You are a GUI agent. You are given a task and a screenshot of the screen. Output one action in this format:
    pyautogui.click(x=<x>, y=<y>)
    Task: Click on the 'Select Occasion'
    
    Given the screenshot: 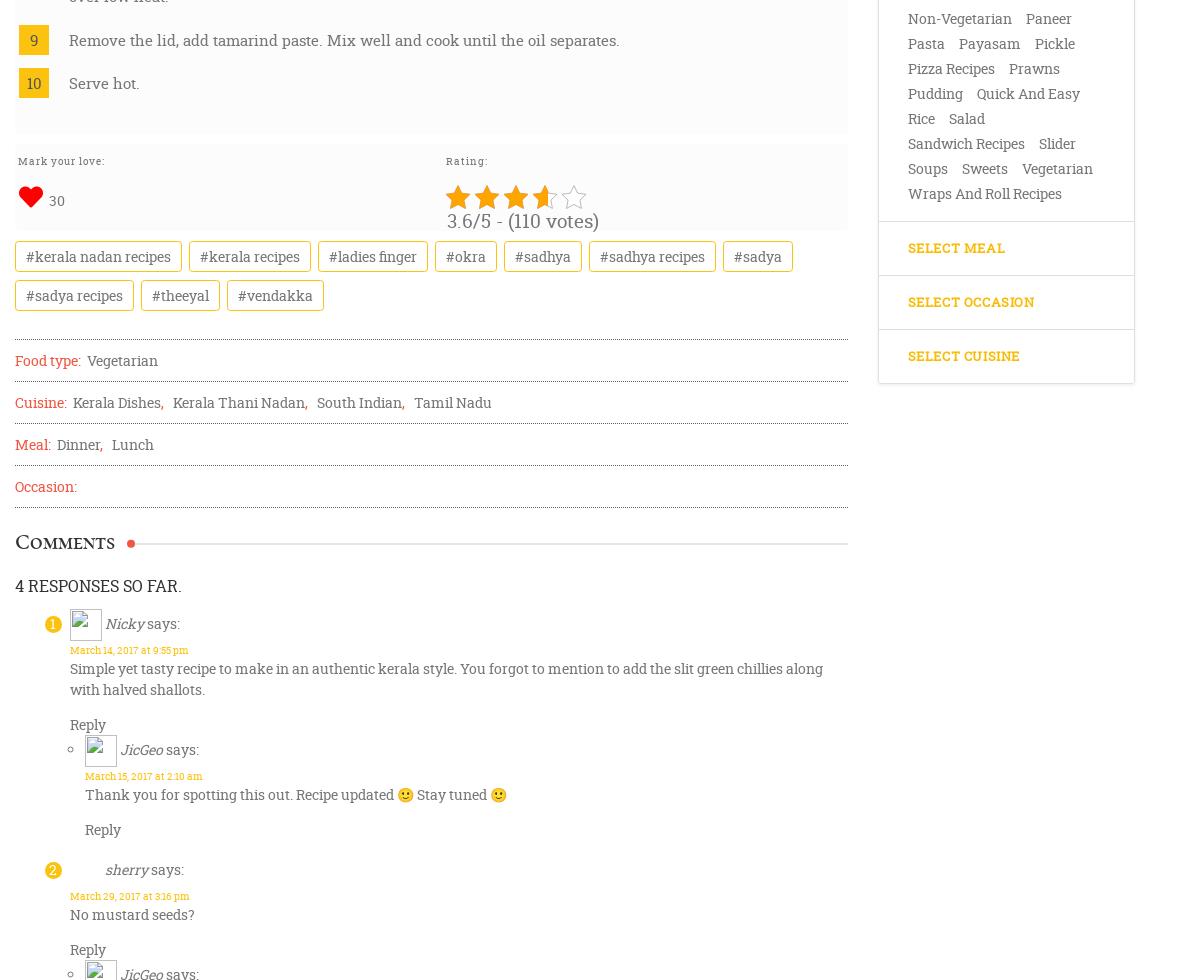 What is the action you would take?
    pyautogui.click(x=906, y=302)
    